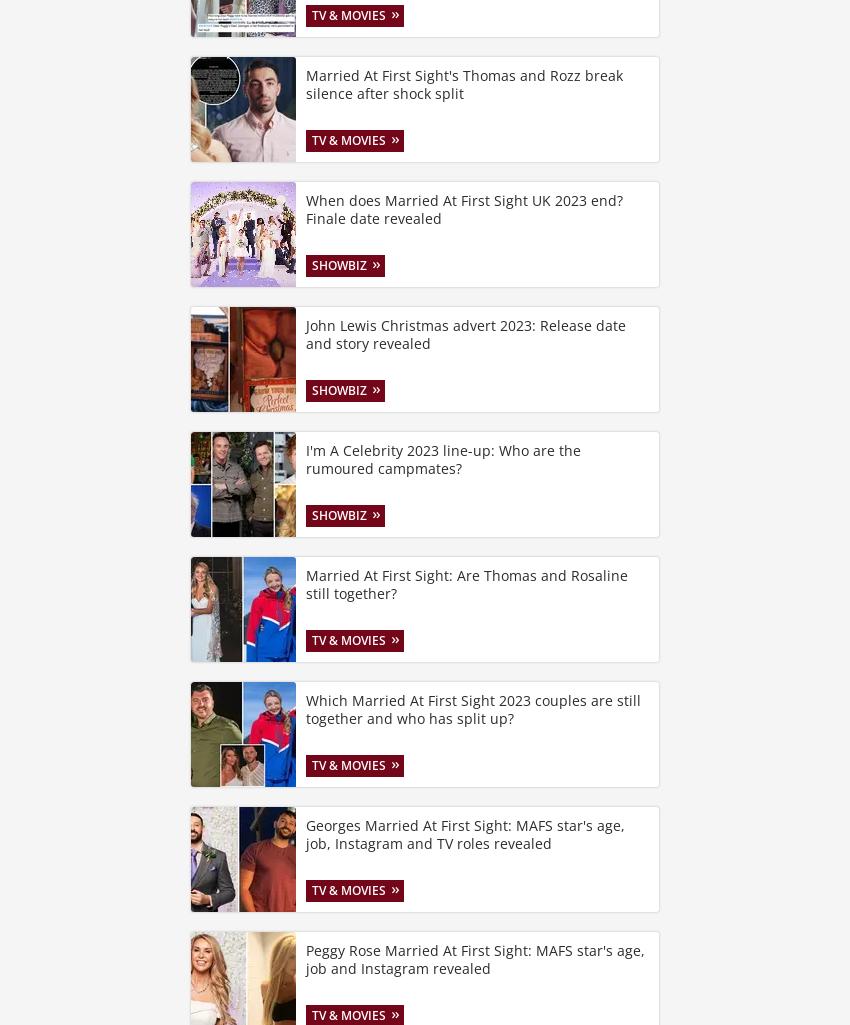  I want to click on 'Peggy Rose Married At First Sight: MAFS star's age, job and Instagram revealed', so click(475, 959).